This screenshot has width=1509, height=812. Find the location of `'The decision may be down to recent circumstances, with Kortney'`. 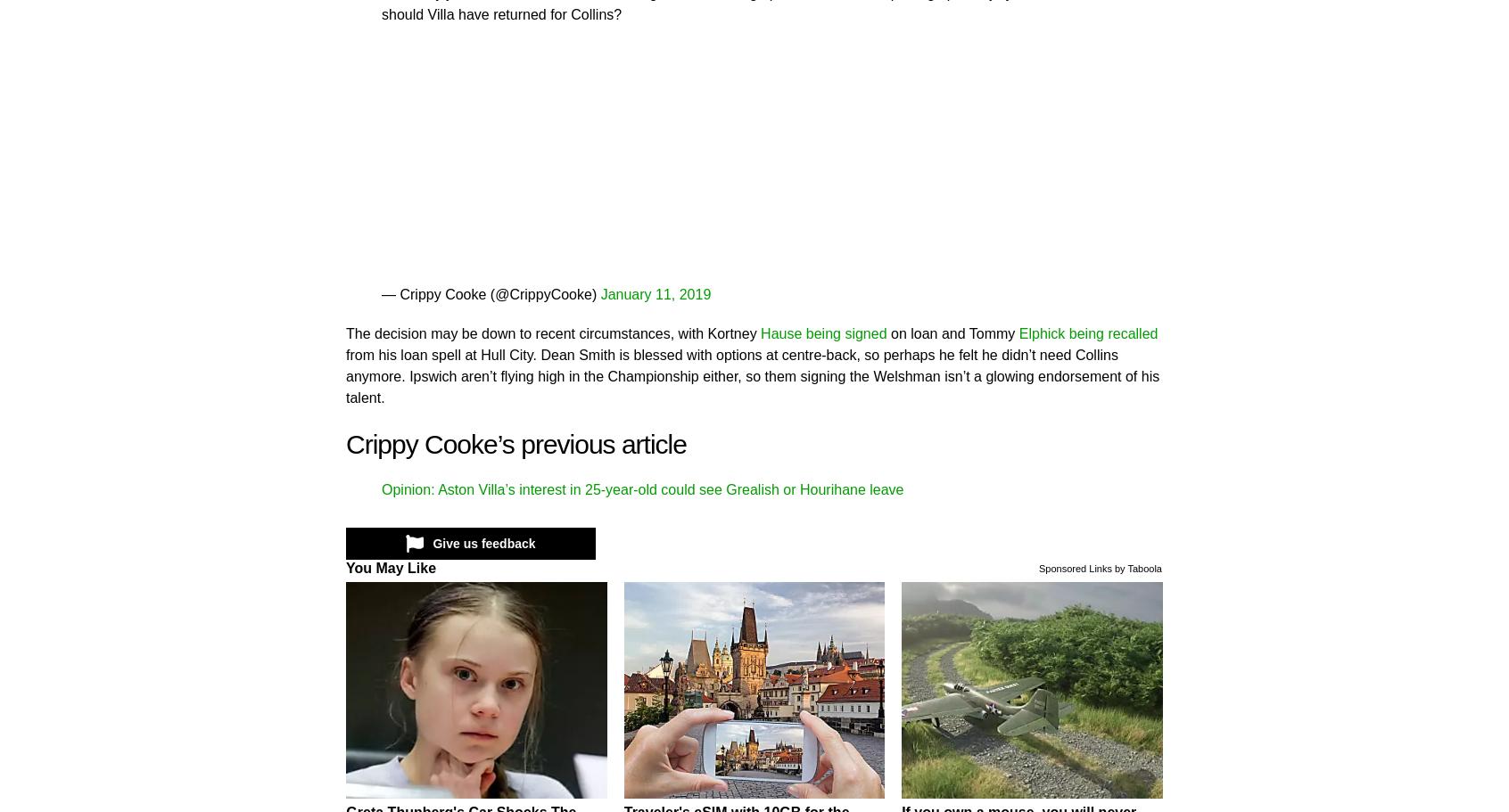

'The decision may be down to recent circumstances, with Kortney' is located at coordinates (345, 332).